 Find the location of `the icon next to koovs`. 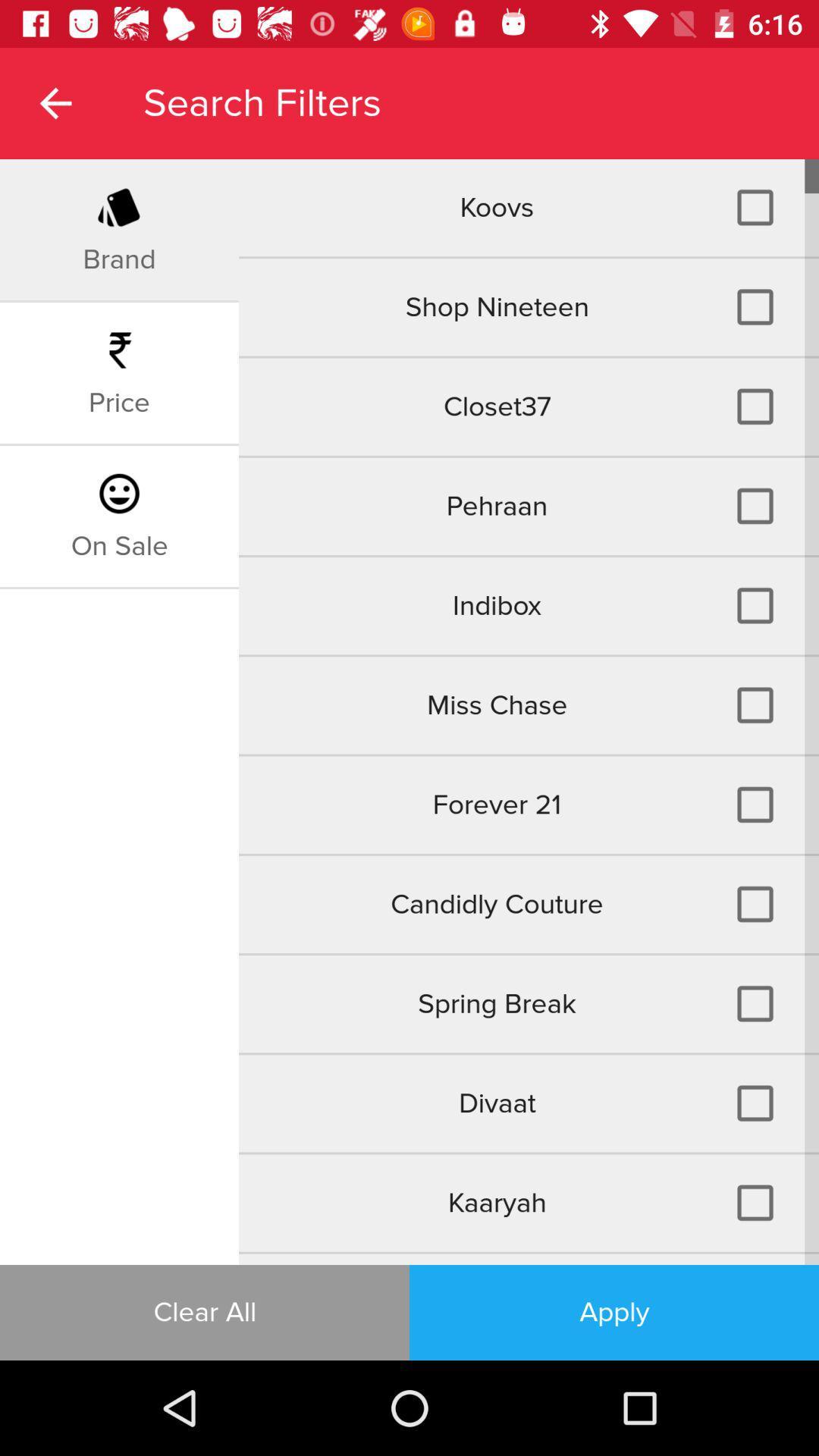

the icon next to koovs is located at coordinates (118, 259).